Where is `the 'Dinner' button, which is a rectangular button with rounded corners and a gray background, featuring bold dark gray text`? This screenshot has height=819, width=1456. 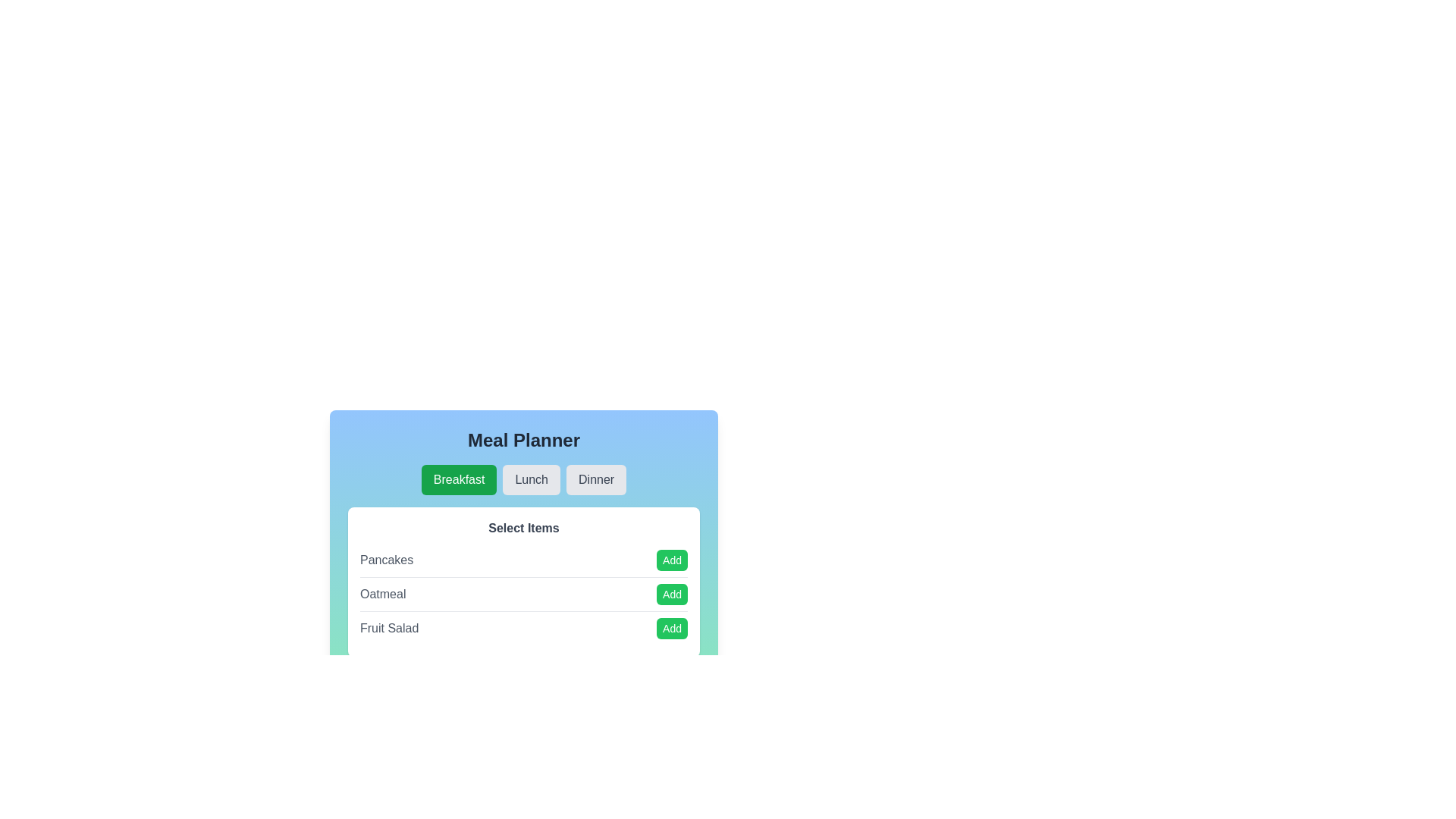
the 'Dinner' button, which is a rectangular button with rounded corners and a gray background, featuring bold dark gray text is located at coordinates (595, 479).